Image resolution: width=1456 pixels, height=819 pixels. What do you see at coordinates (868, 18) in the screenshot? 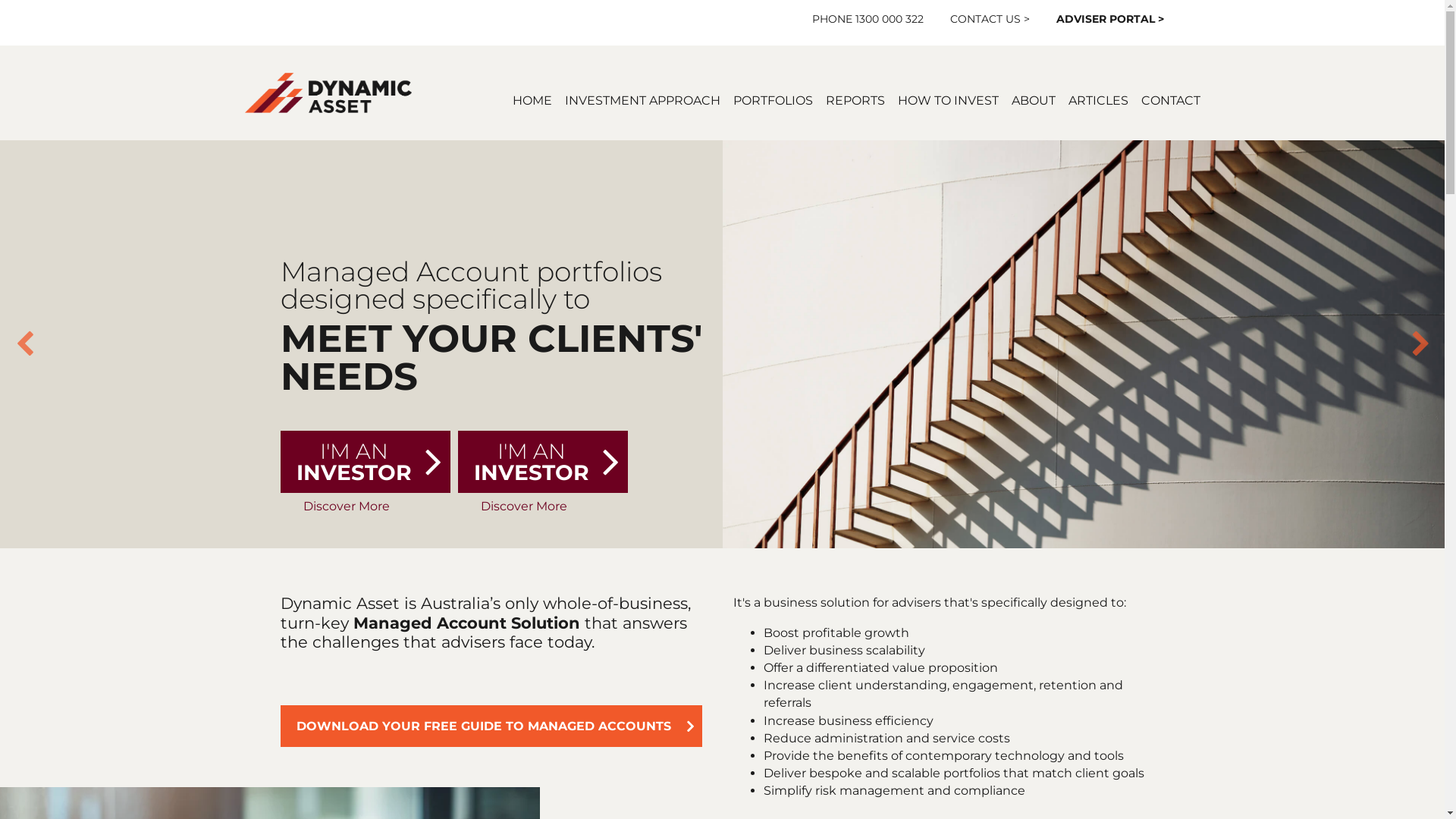
I see `'PHONE 1300 000 322'` at bounding box center [868, 18].